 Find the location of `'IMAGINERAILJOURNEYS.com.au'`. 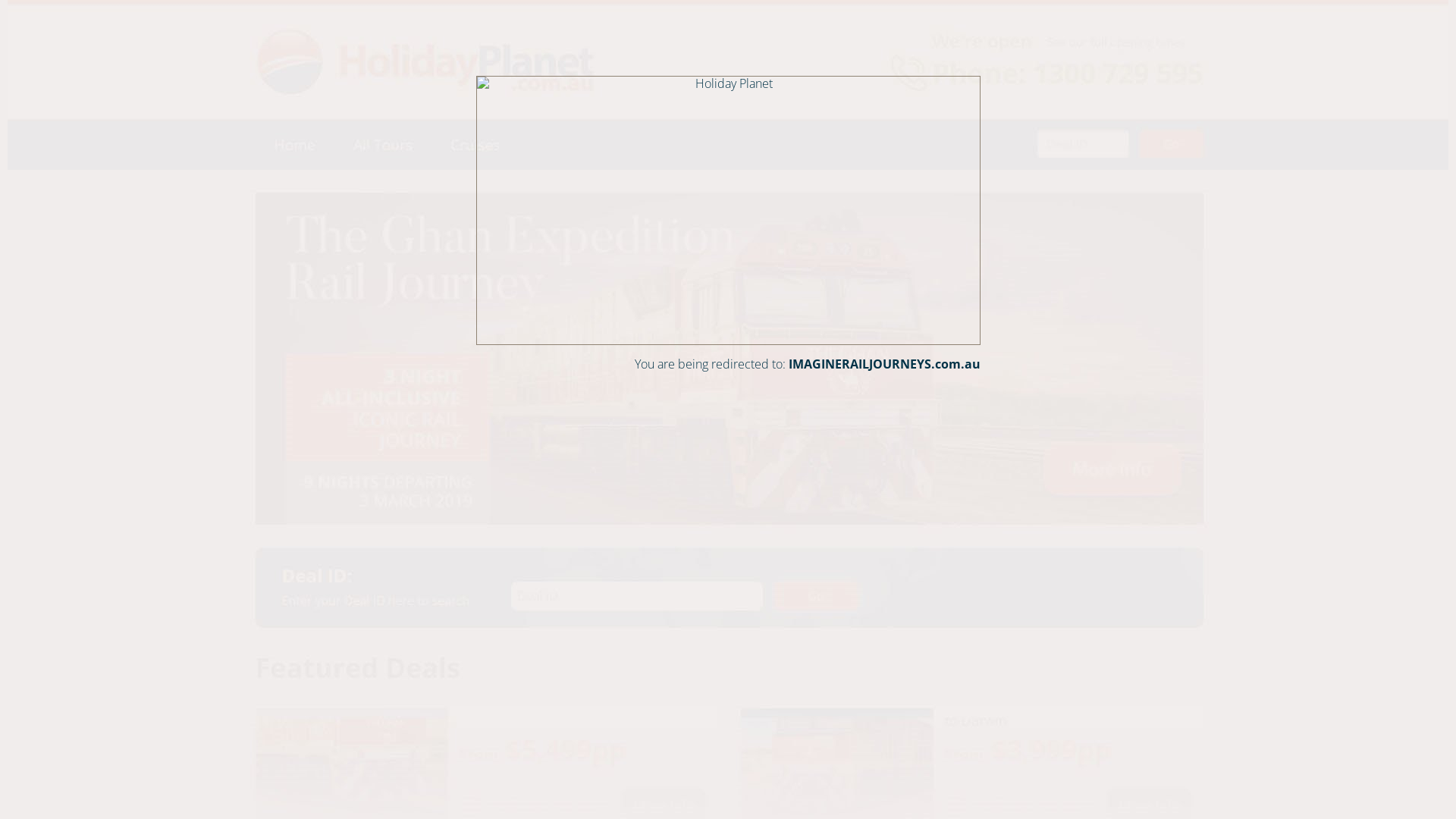

'IMAGINERAILJOURNEYS.com.au' is located at coordinates (884, 363).